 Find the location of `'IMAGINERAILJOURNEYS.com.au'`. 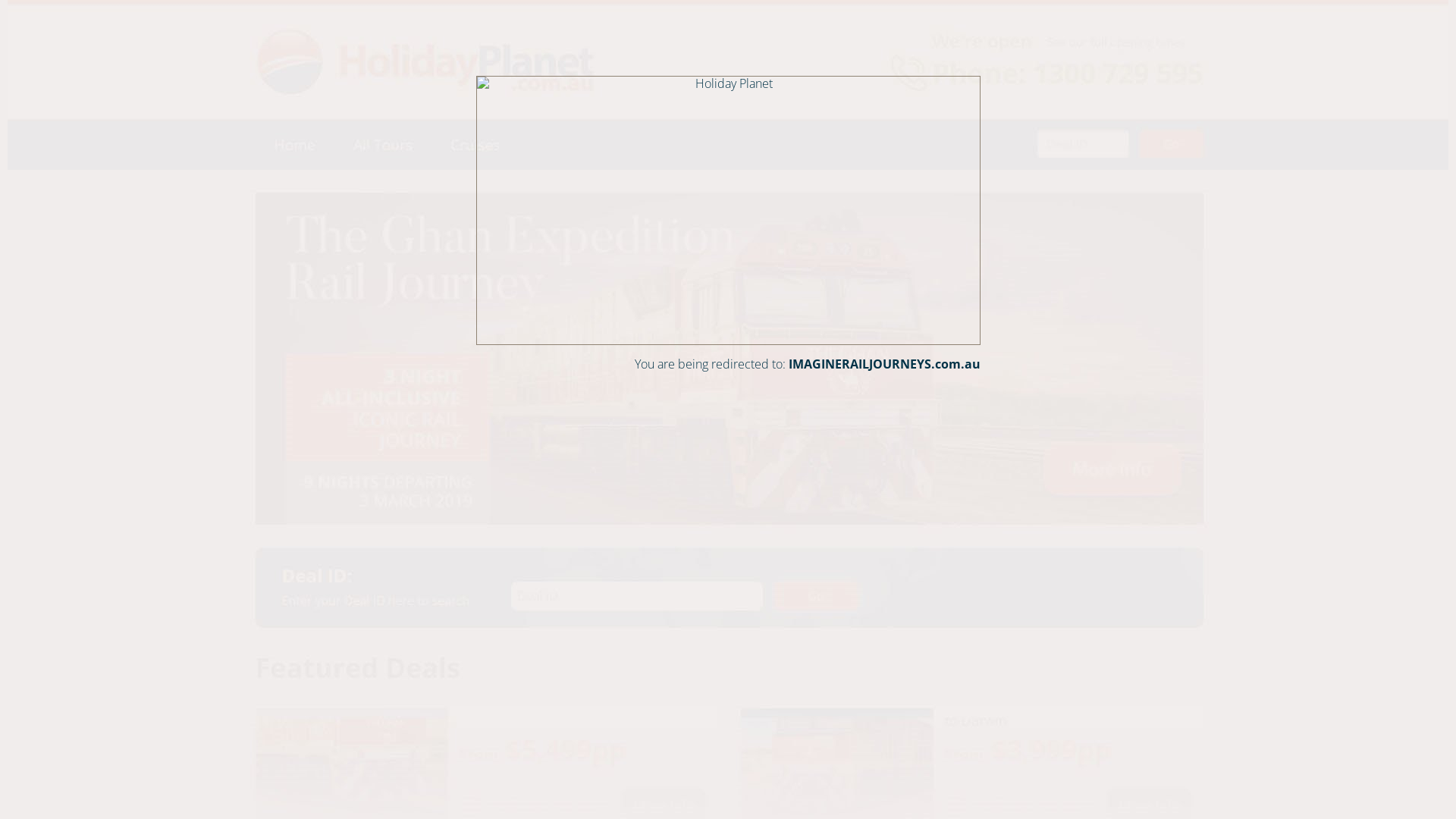

'IMAGINERAILJOURNEYS.com.au' is located at coordinates (884, 363).